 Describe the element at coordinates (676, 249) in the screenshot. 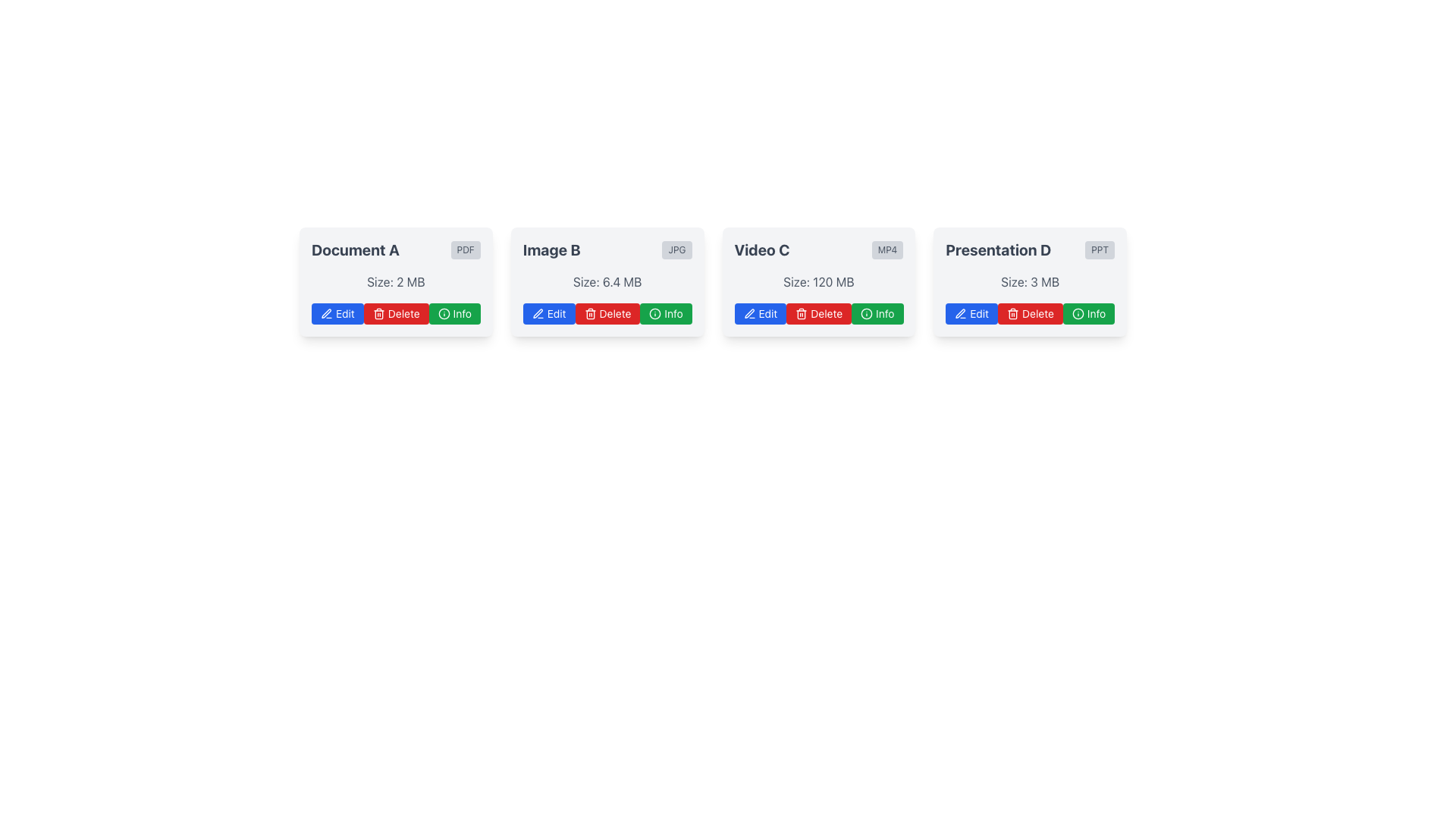

I see `the badge indicating JPG format for the file associated with 'Image B', located in the upper-right corner of the second card from the left` at that location.